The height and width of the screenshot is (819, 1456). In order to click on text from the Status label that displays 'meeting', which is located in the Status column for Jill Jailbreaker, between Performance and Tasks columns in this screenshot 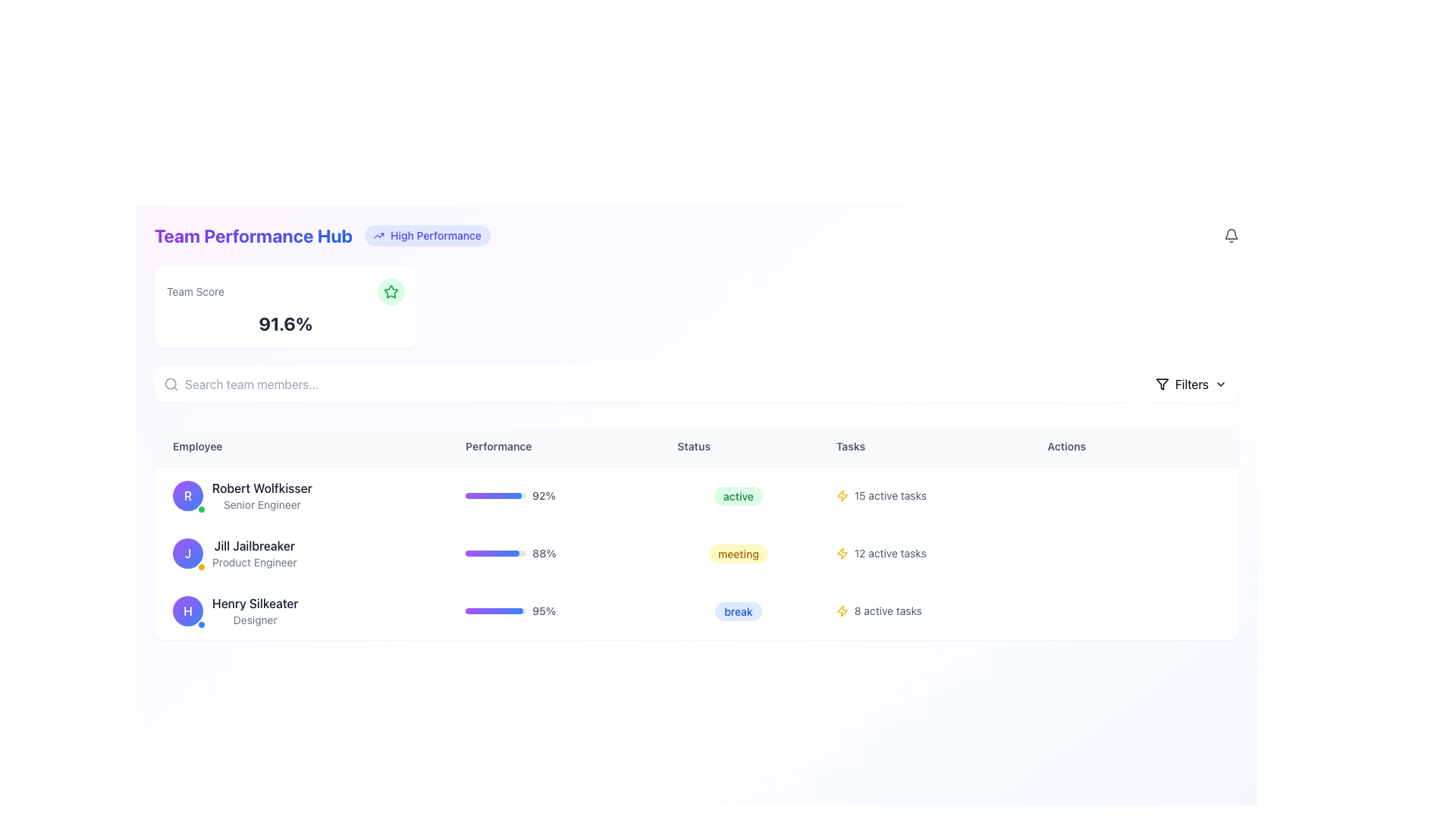, I will do `click(739, 553)`.